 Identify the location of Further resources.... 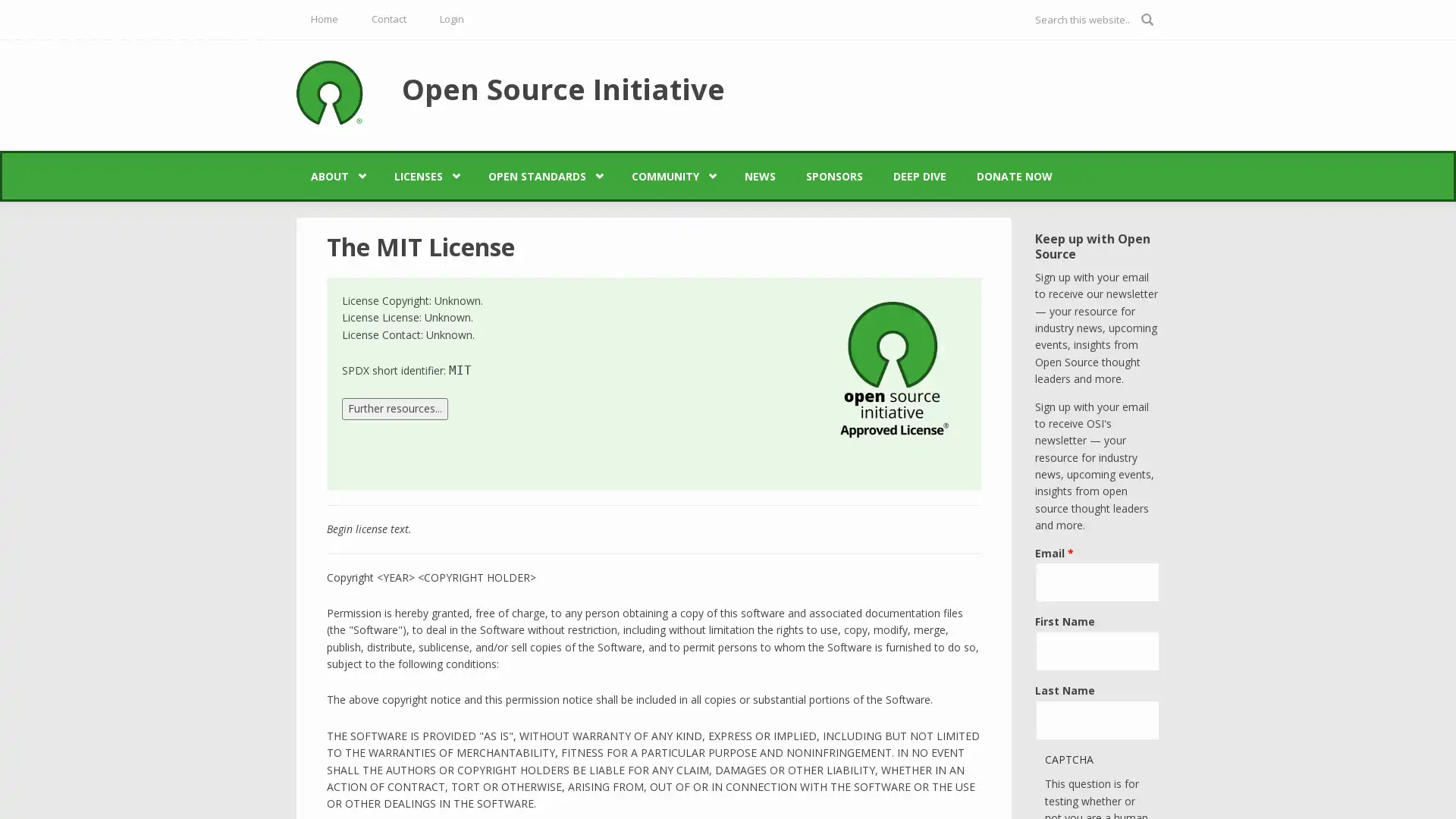
(395, 408).